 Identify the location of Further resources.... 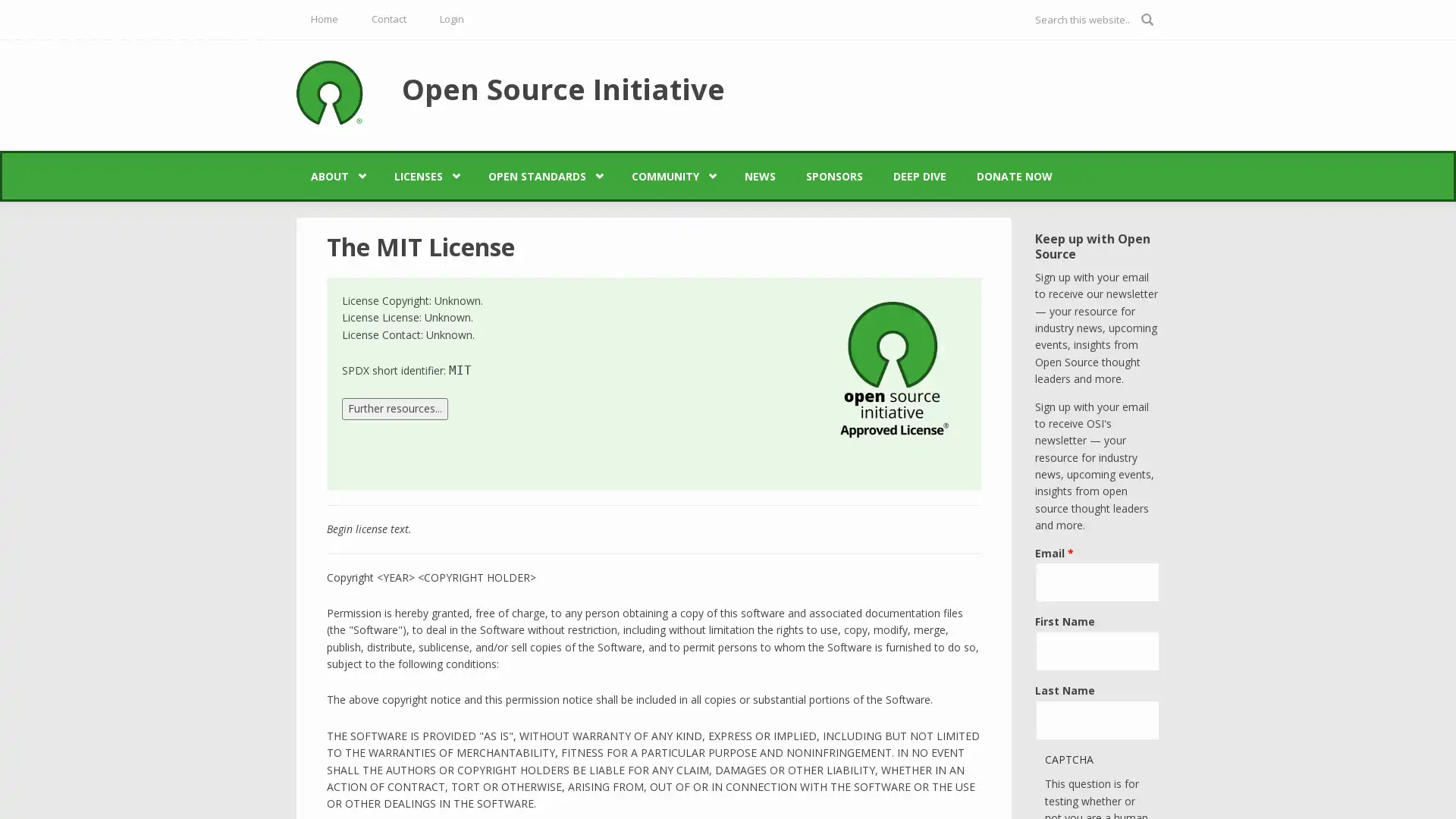
(395, 408).